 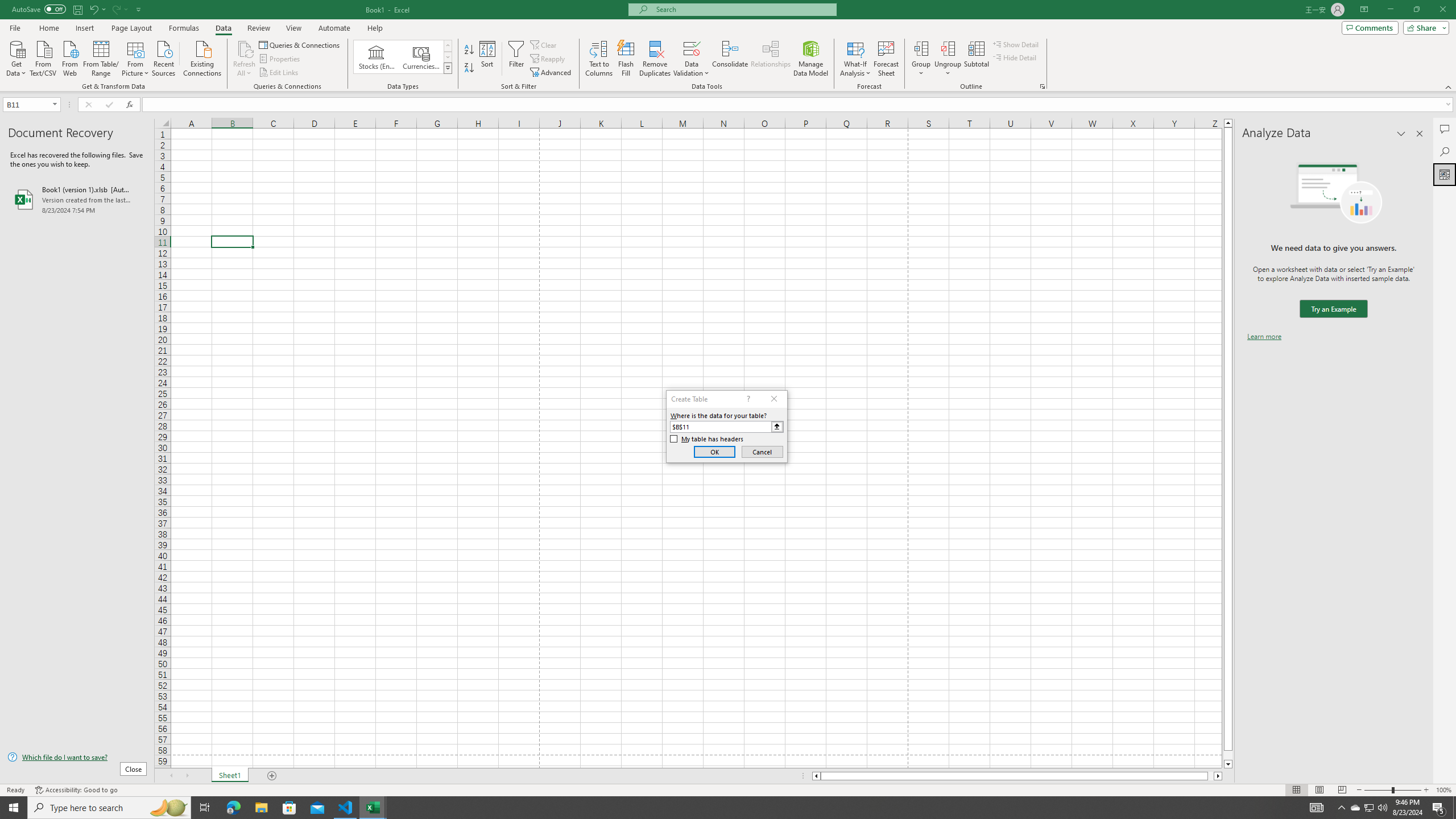 I want to click on 'From Table/Range', so click(x=100, y=57).